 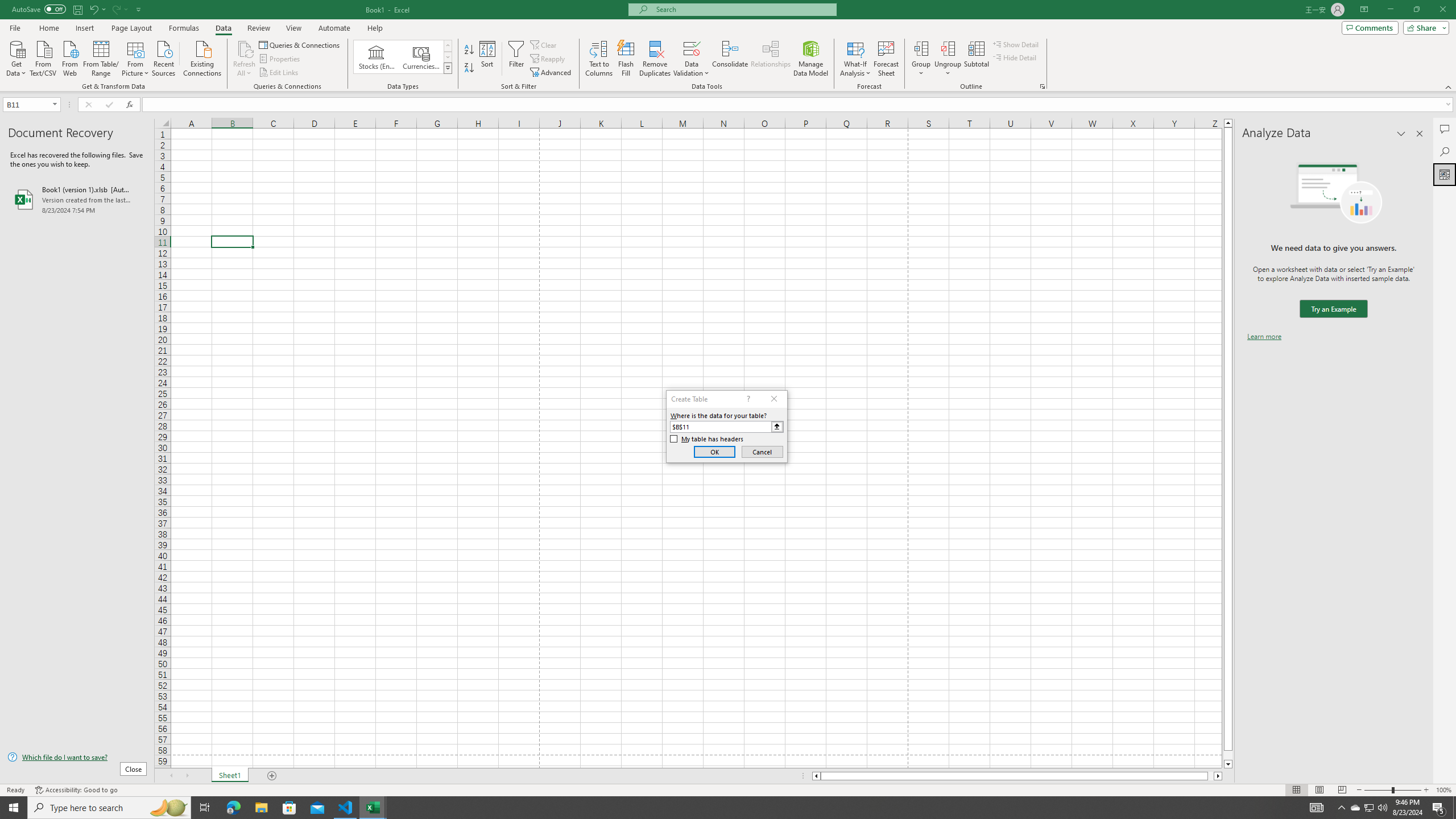 I want to click on 'From Table/Range', so click(x=100, y=57).